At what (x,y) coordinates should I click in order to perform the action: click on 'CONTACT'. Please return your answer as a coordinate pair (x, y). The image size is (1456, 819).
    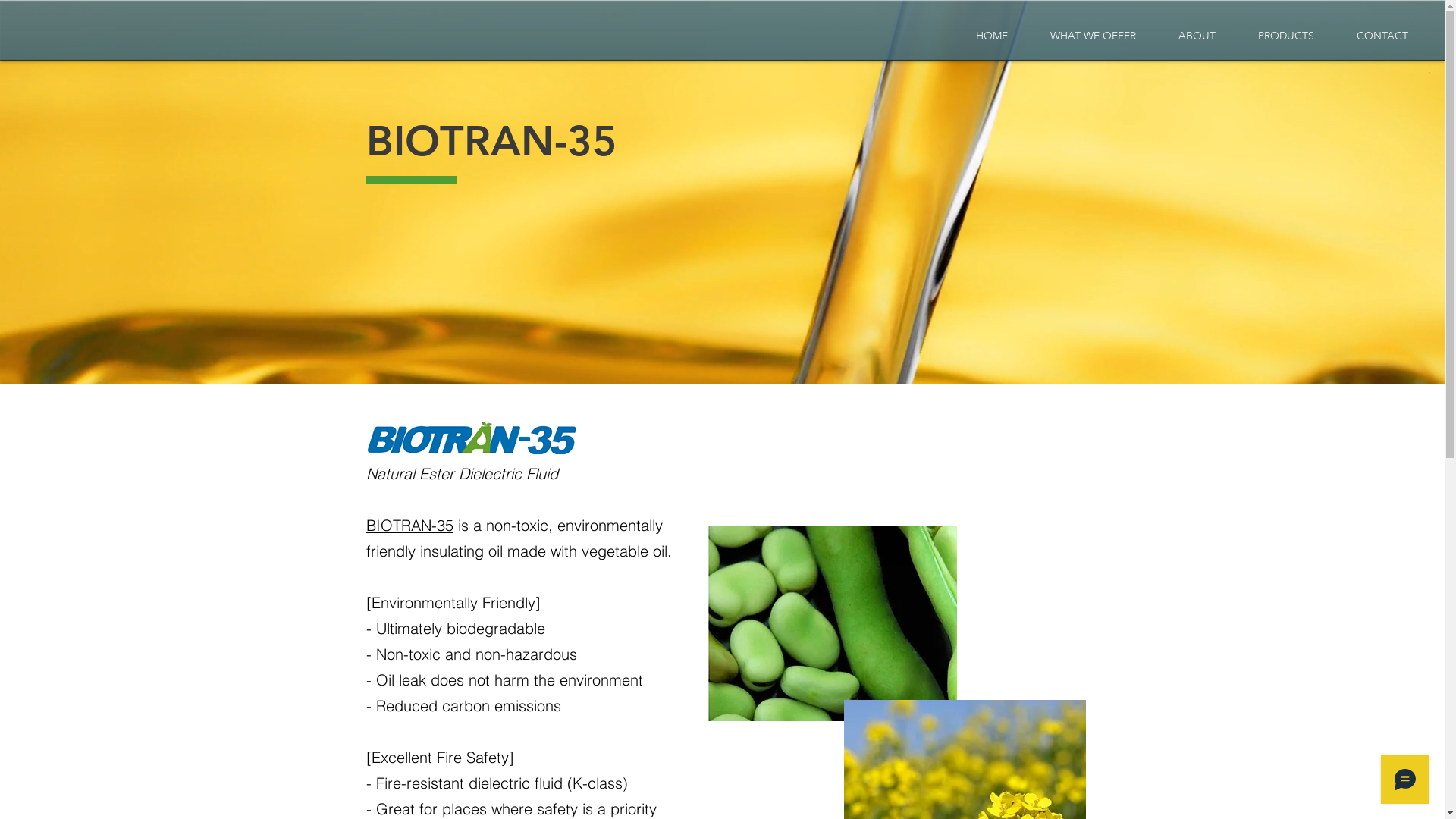
    Looking at the image, I should click on (1382, 35).